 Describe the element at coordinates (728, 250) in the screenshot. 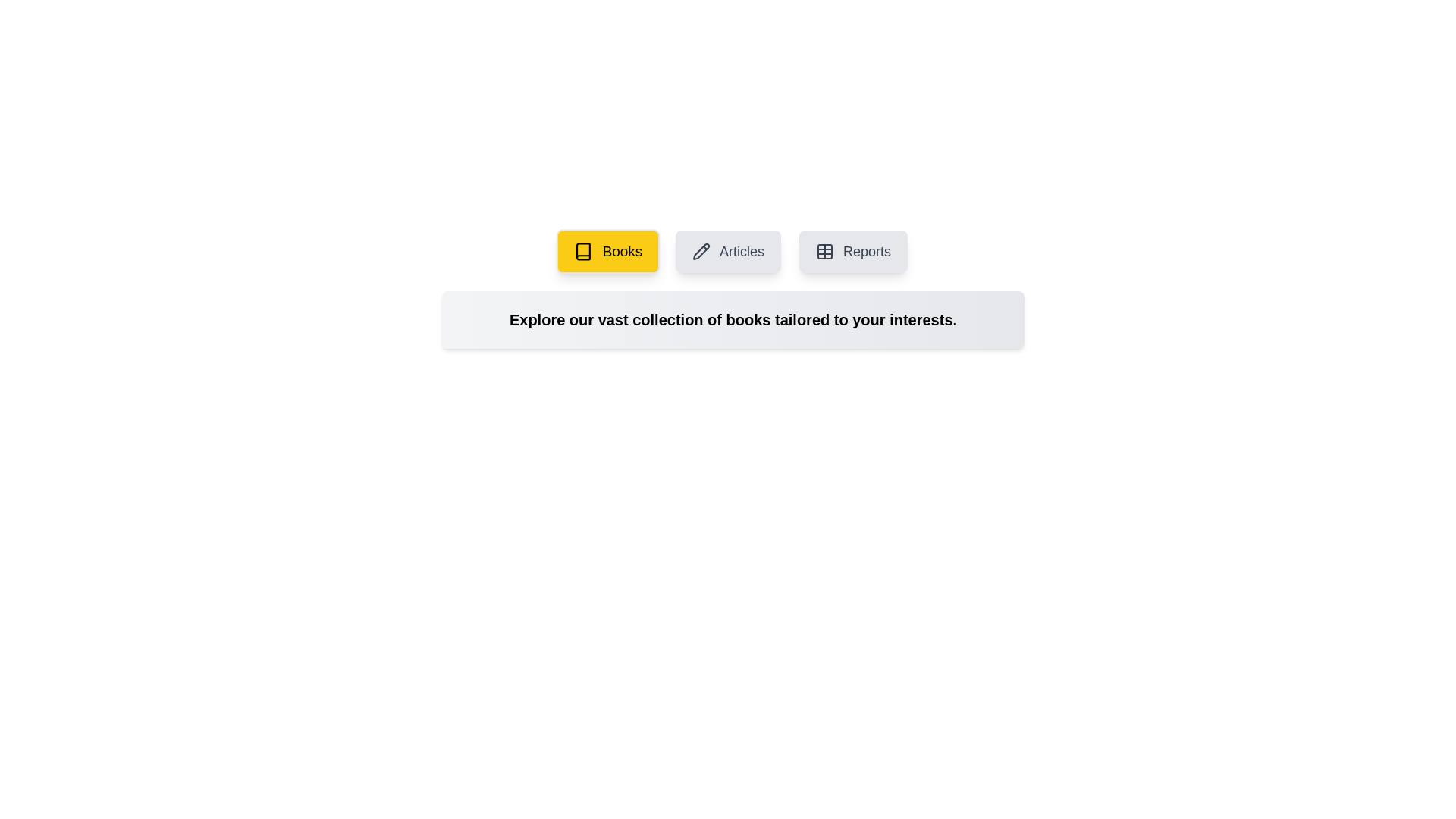

I see `the 'Articles' button, which is centrally located in a trio of buttons alongside 'Books' and 'Reports', to trigger hover effects` at that location.